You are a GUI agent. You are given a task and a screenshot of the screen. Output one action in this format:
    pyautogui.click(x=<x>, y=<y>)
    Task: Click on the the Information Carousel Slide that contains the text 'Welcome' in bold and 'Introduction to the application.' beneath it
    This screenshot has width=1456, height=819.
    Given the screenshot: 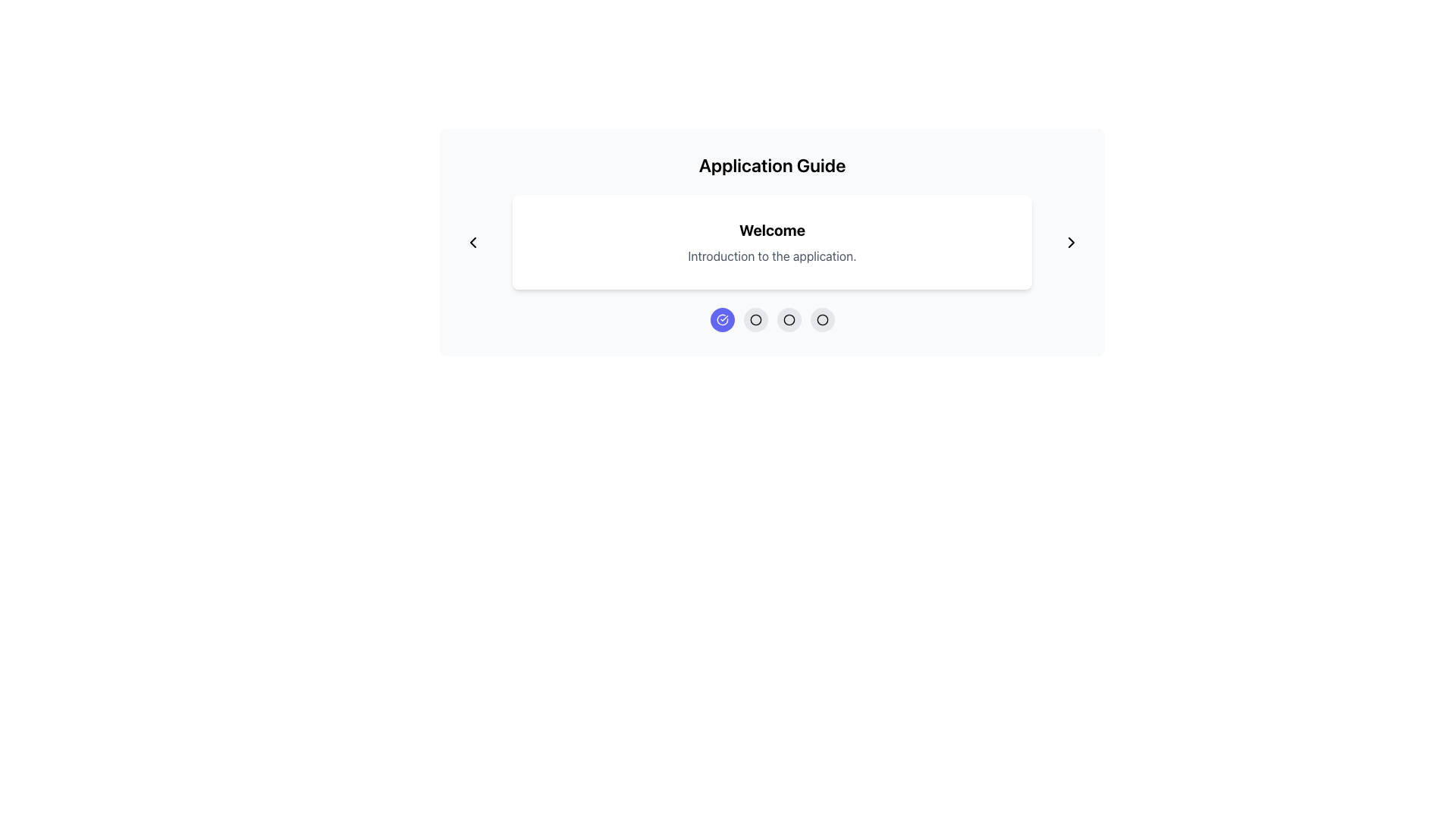 What is the action you would take?
    pyautogui.click(x=772, y=242)
    